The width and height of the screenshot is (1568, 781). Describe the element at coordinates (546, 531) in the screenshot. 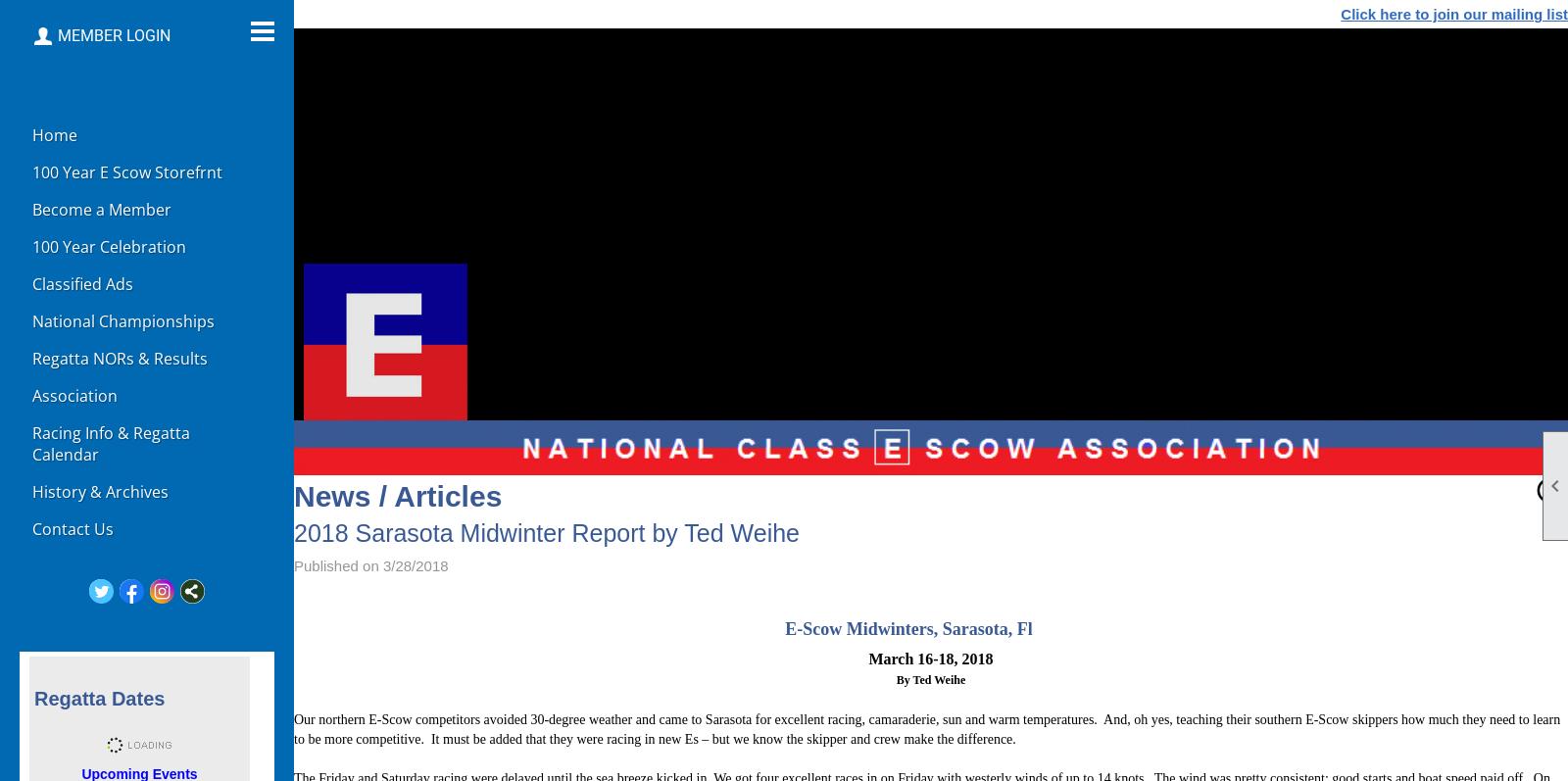

I see `'2018 Sarasota Midwinter Report by Ted Weihe'` at that location.